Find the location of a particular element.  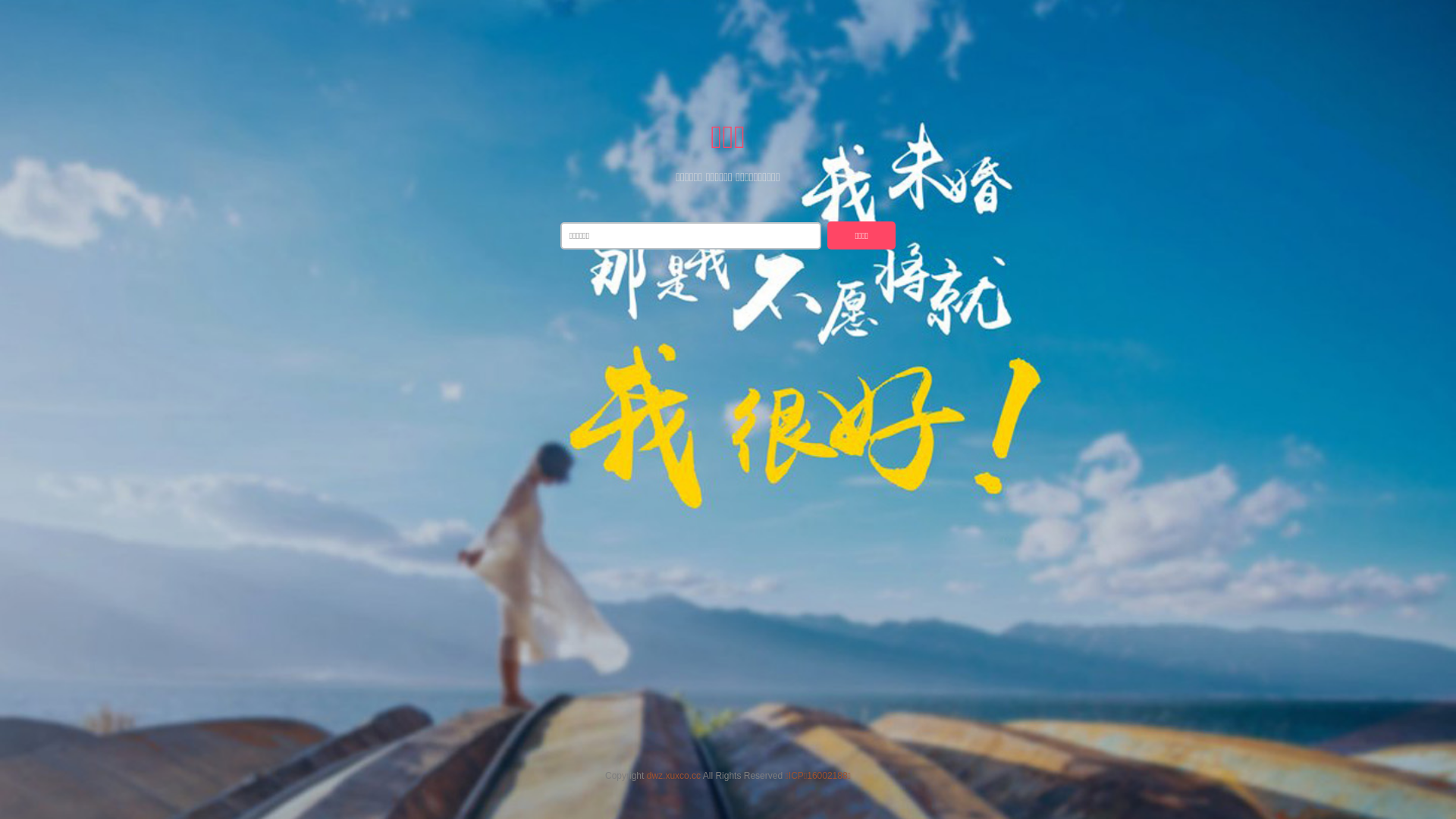

'dwz.xuxco.cc' is located at coordinates (673, 775).